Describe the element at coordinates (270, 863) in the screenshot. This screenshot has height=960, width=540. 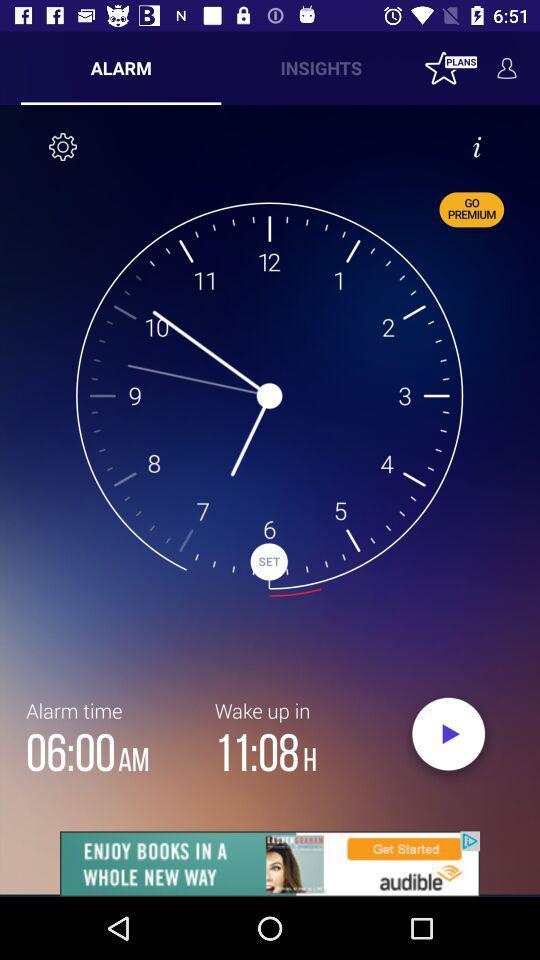
I see `open advertisement` at that location.